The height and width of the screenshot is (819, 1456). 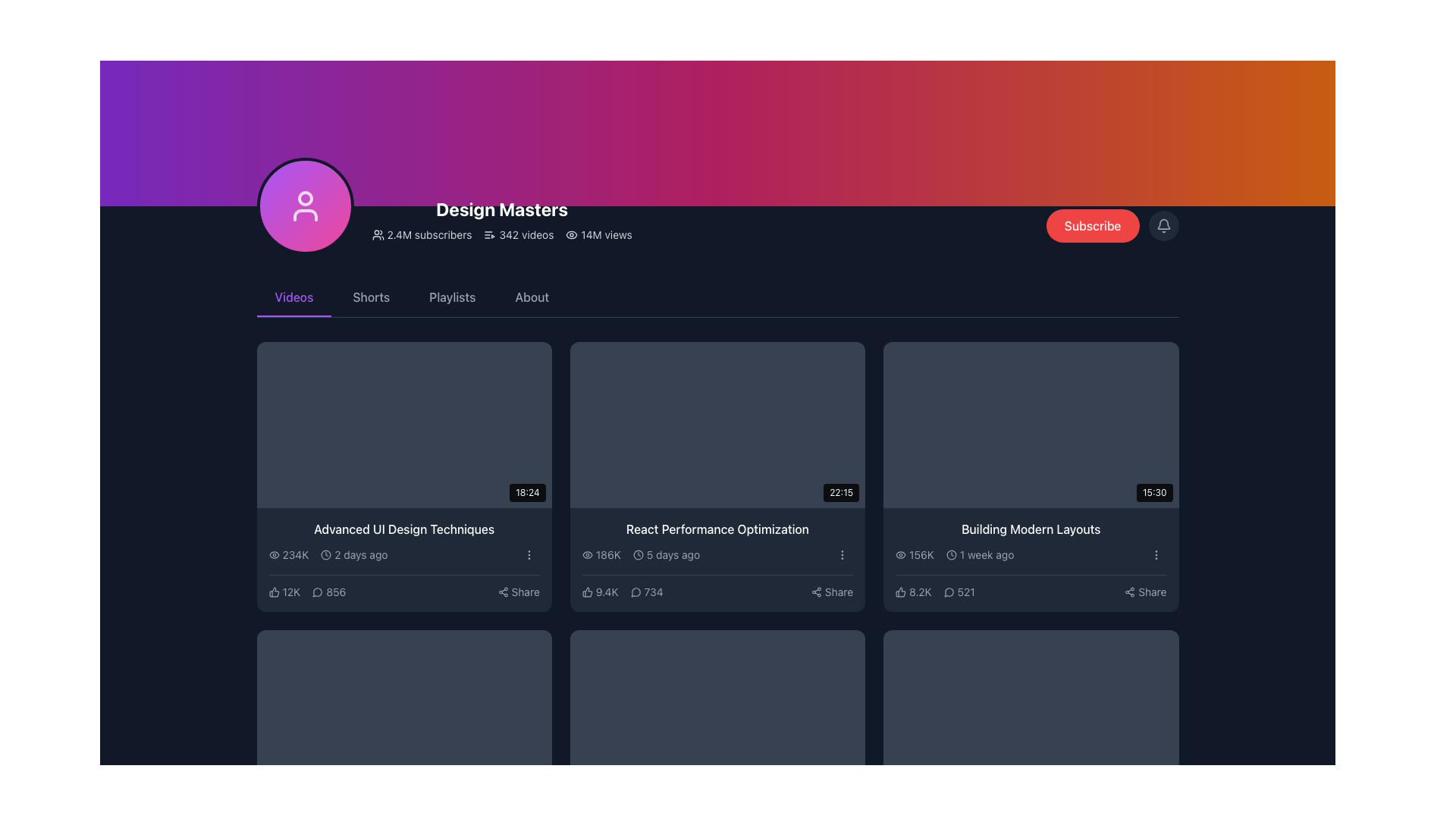 I want to click on the message bubble icon located next to the numeric figure '521' at the bottom right of the video card for 'Building Modern Layouts', so click(x=948, y=591).